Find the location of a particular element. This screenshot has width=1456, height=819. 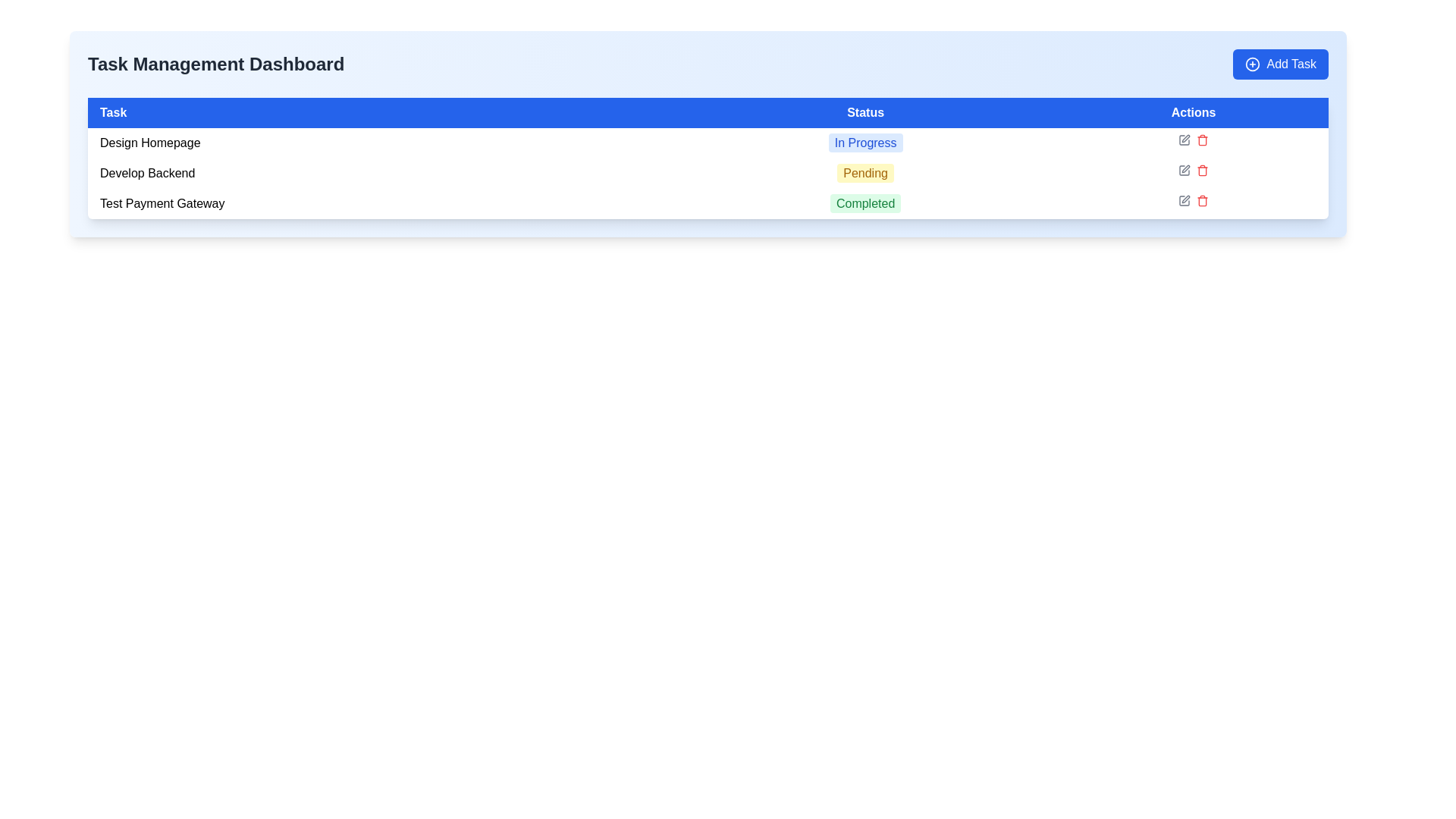

the outlined pen icon button in the Actions column for the task titled 'Test Payment Gateway' is located at coordinates (1185, 198).